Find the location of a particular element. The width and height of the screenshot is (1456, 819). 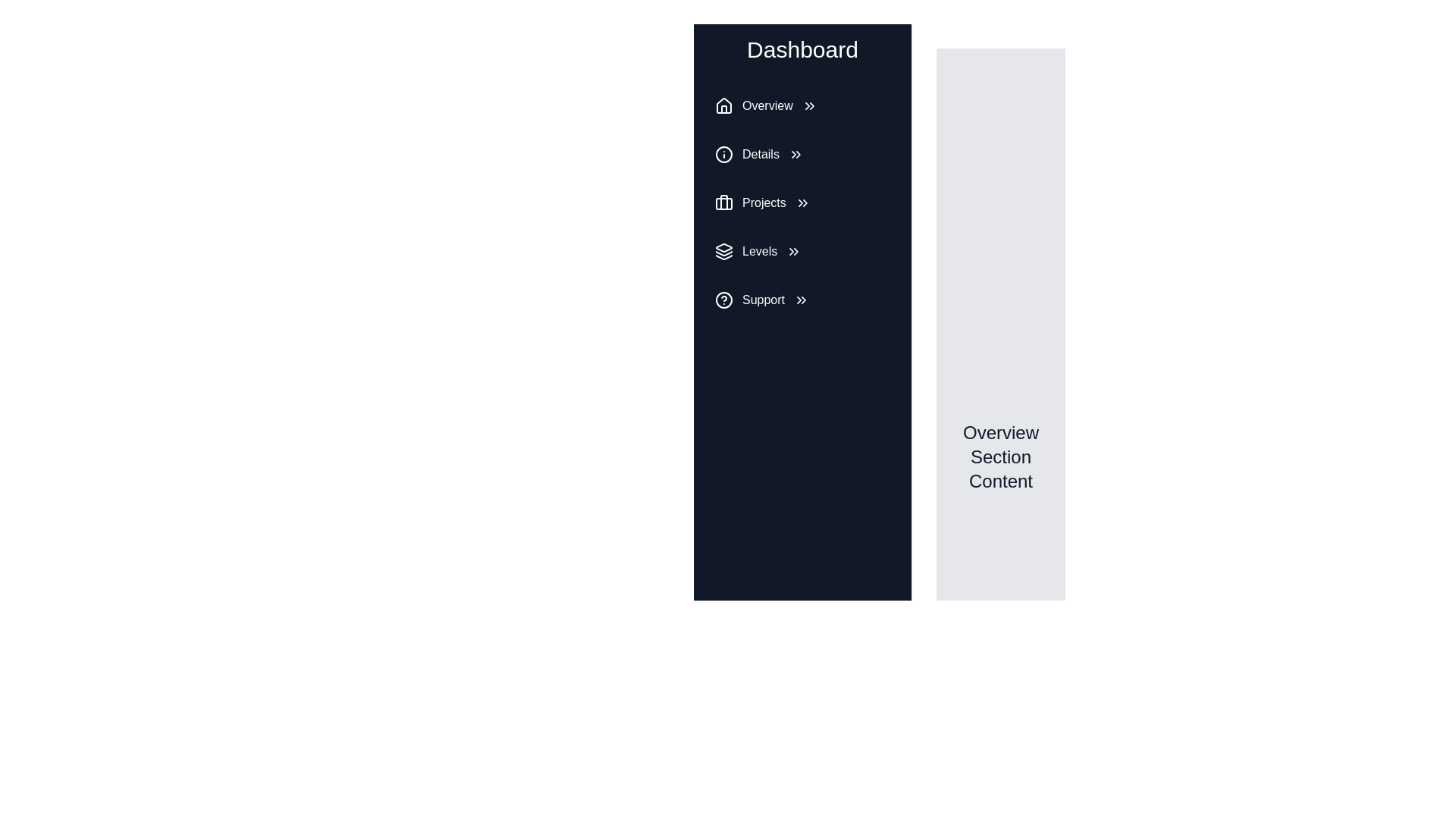

the graphical icon associated with the 'Support' label by clicking on the central circle of the icon in the left sidebar of the dashboard is located at coordinates (723, 300).